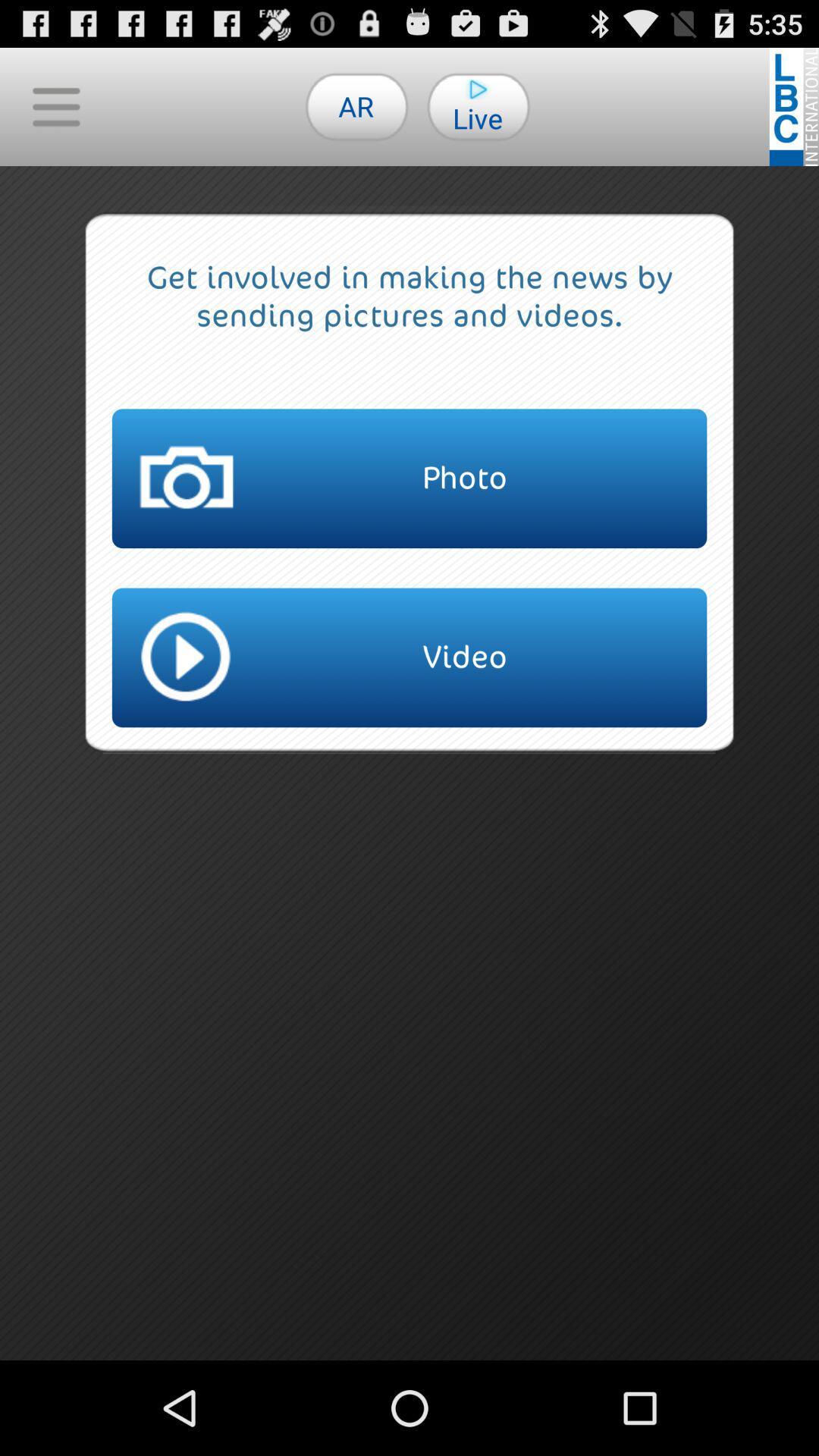 The height and width of the screenshot is (1456, 819). What do you see at coordinates (55, 105) in the screenshot?
I see `icon at the top left corner` at bounding box center [55, 105].